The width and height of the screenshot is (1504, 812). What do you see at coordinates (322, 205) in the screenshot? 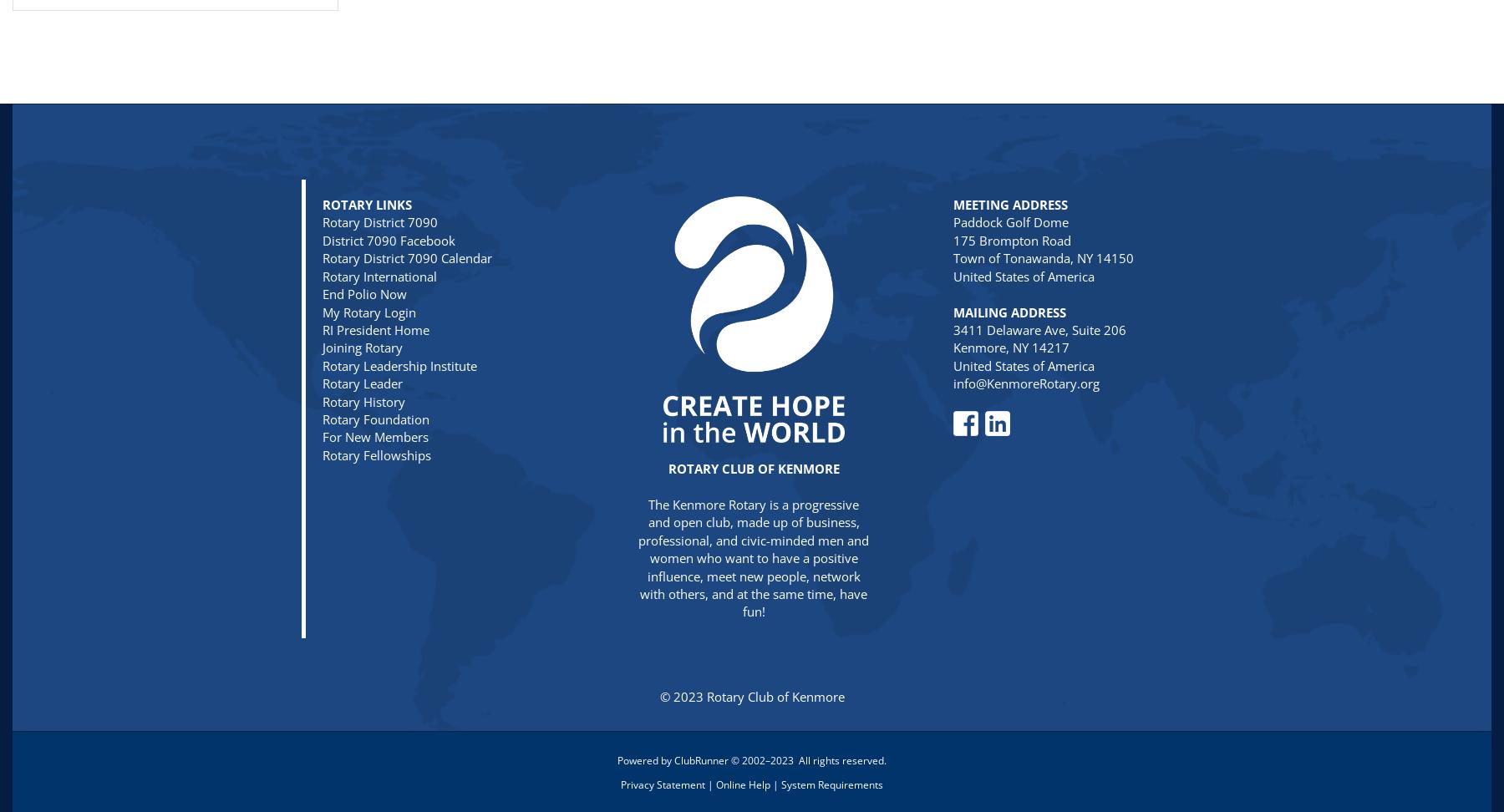
I see `'ROTARY LINKS'` at bounding box center [322, 205].